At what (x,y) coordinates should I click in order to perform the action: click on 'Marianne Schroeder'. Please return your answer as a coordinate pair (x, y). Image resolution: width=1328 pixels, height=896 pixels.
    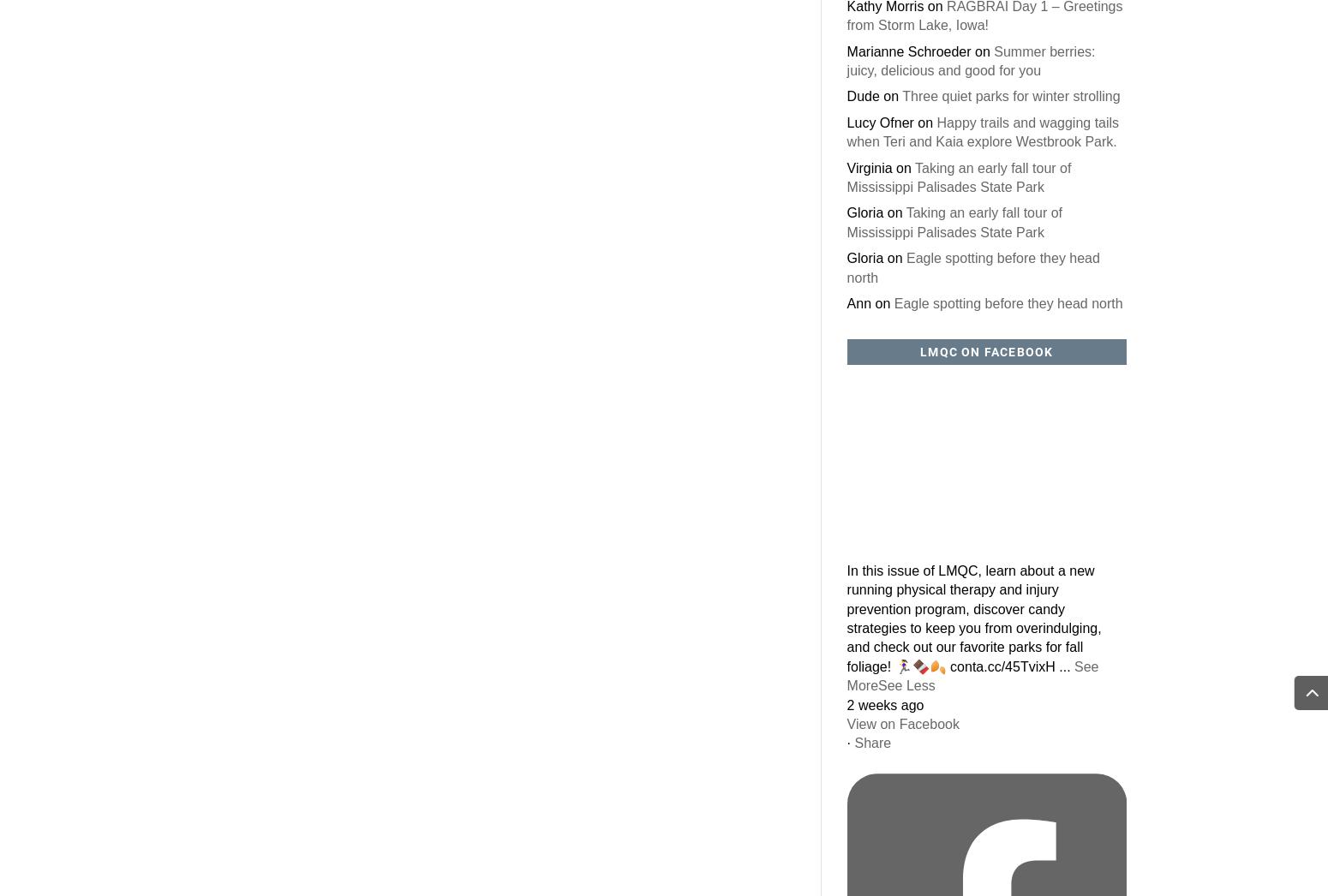
    Looking at the image, I should click on (845, 51).